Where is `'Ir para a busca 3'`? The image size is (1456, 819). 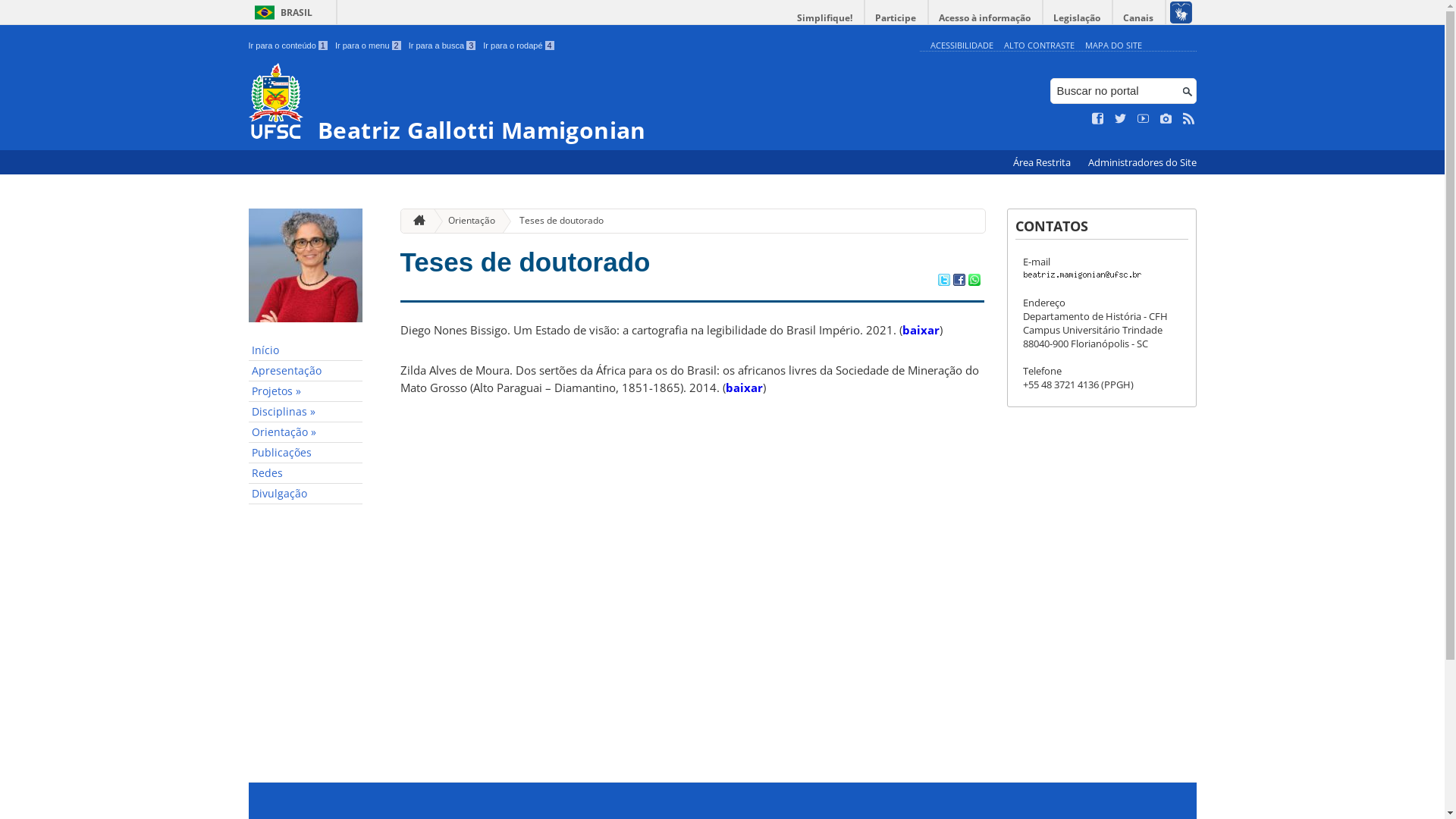 'Ir para a busca 3' is located at coordinates (441, 45).